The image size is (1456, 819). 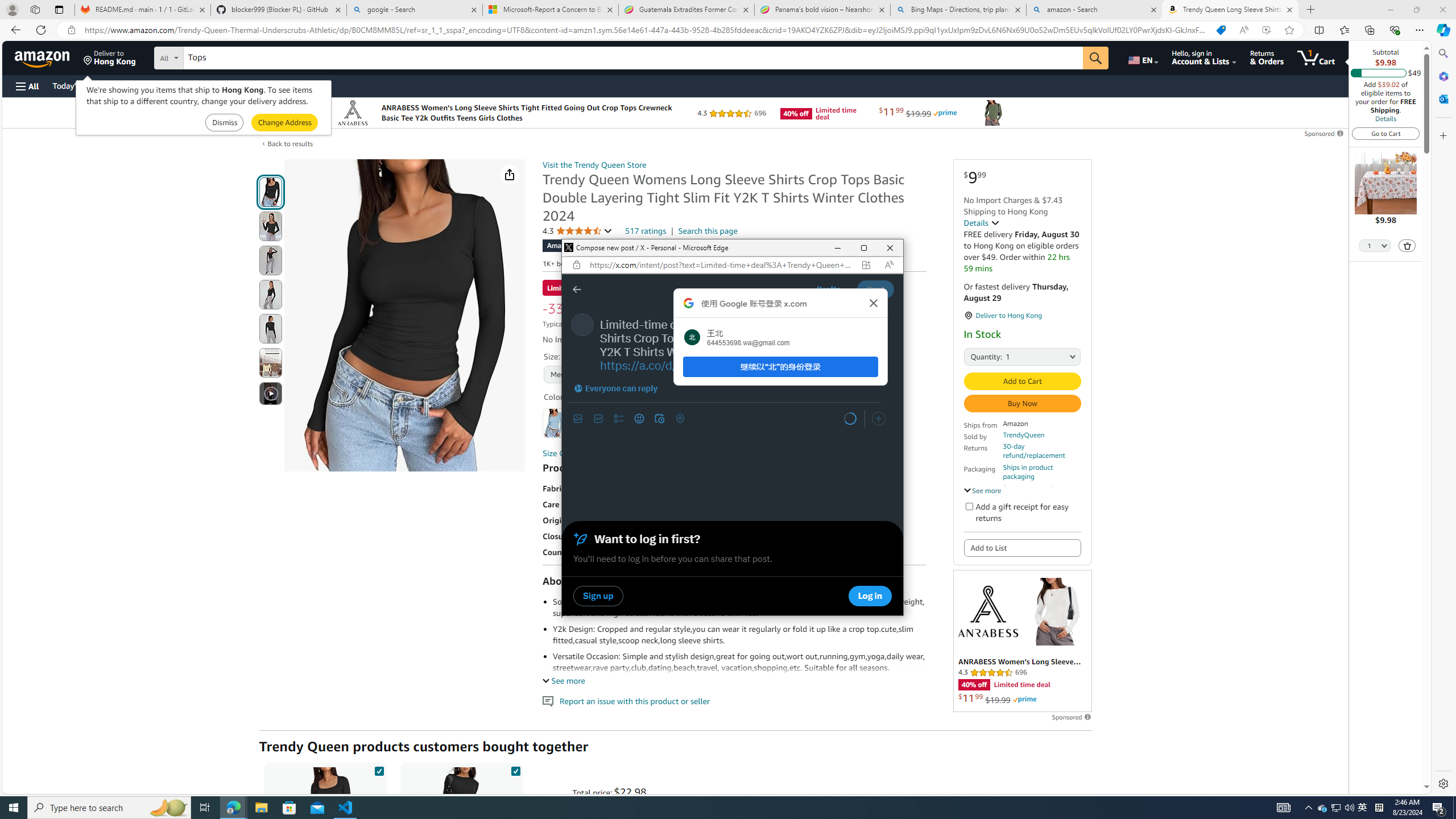 I want to click on 'Visual Studio Code - 1 running window', so click(x=345, y=806).